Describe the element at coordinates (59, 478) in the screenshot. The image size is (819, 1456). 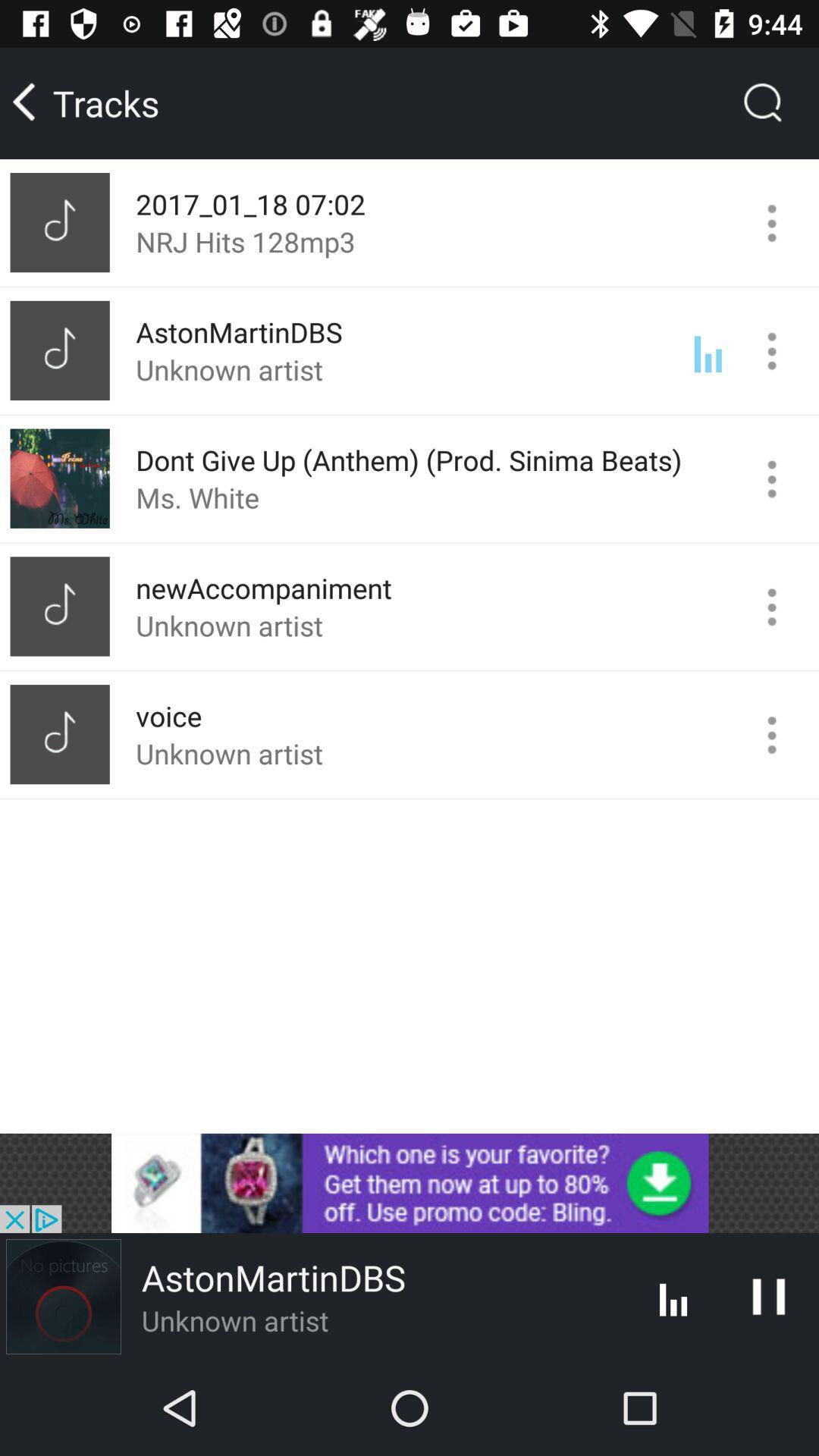
I see `the third image under tracks from top` at that location.